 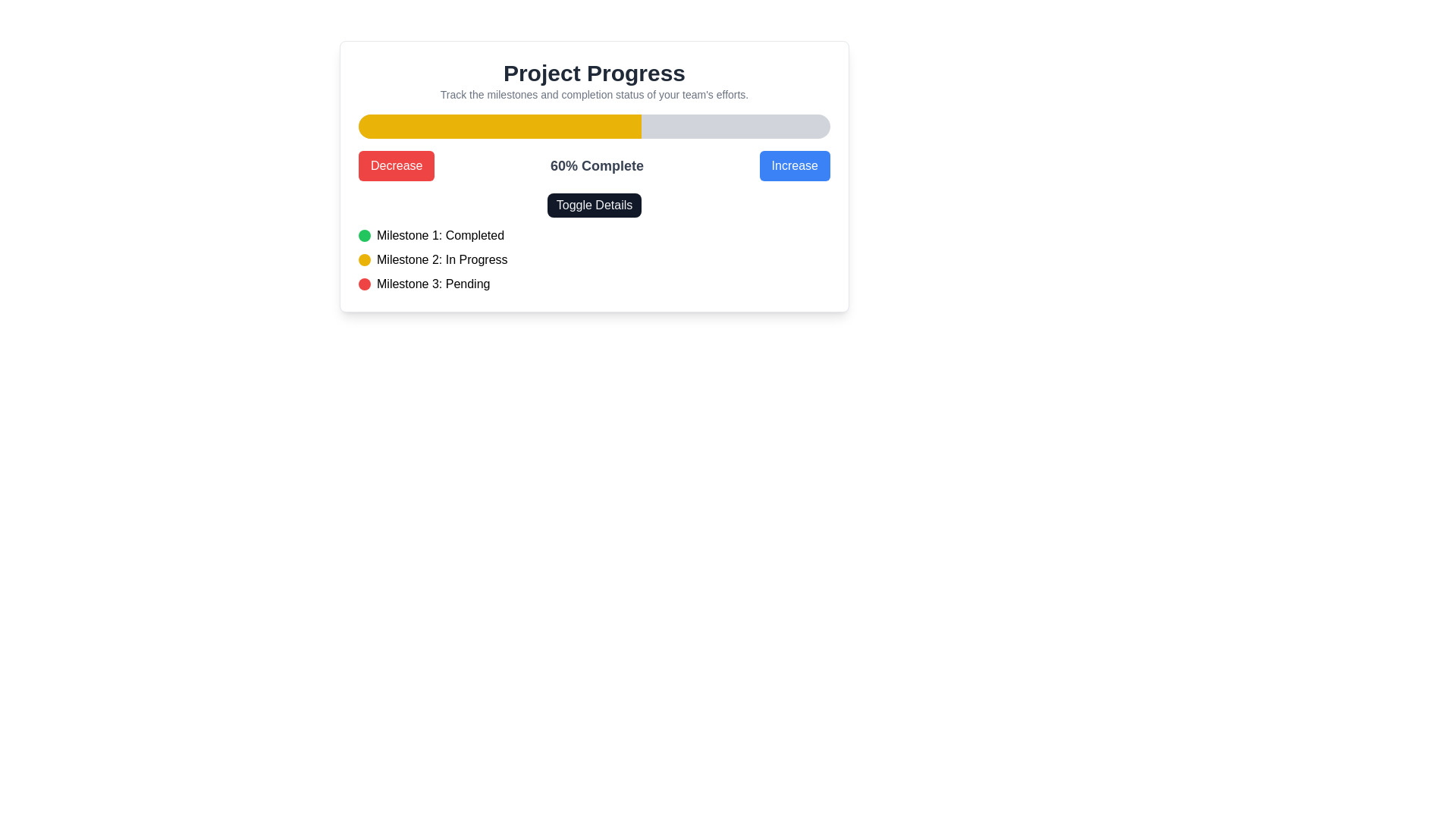 I want to click on heading text 'Project Progress' which is positioned at the top of the content area, serving as a title for the project progress section, so click(x=593, y=73).